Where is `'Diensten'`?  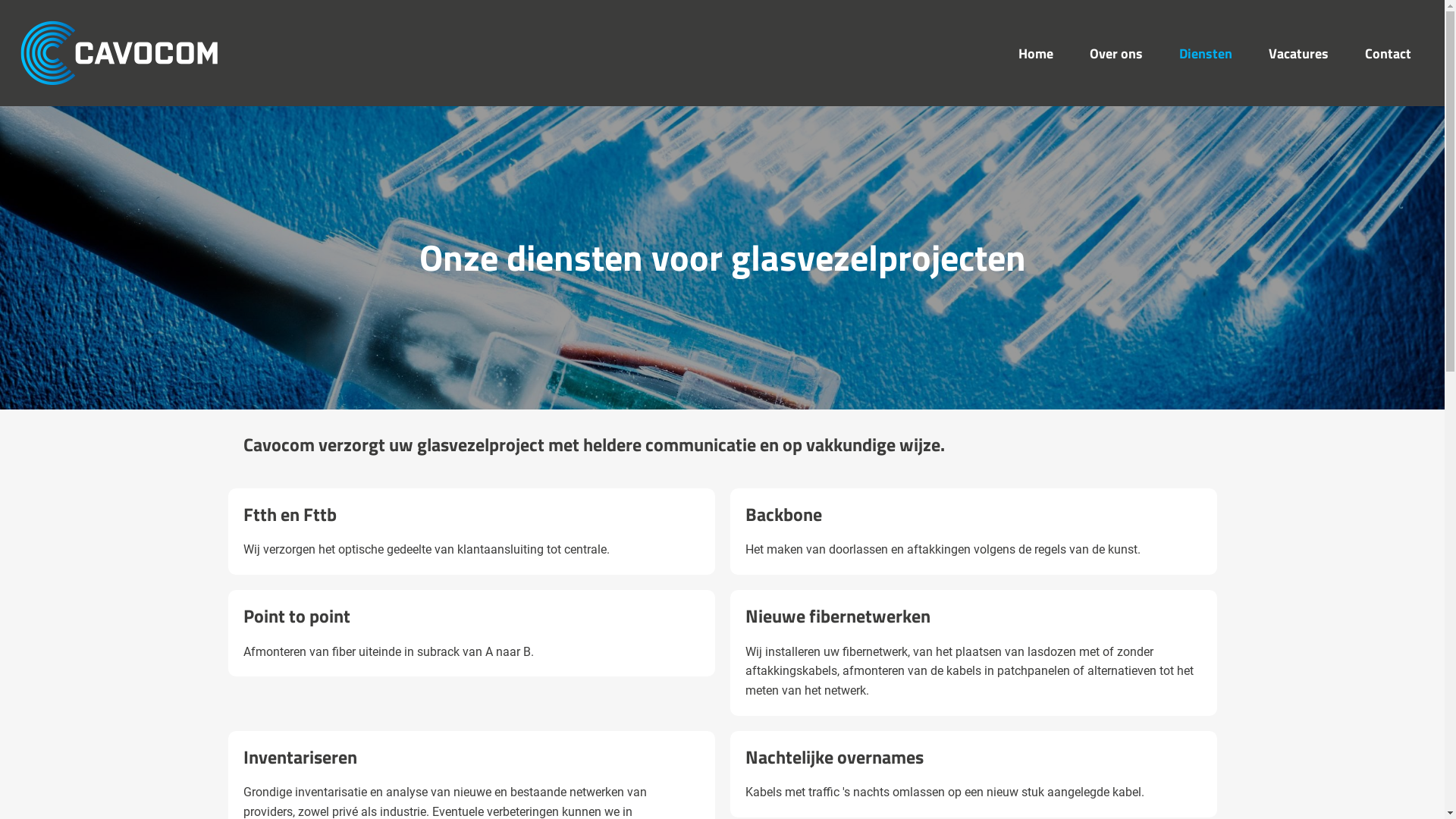
'Diensten' is located at coordinates (1204, 52).